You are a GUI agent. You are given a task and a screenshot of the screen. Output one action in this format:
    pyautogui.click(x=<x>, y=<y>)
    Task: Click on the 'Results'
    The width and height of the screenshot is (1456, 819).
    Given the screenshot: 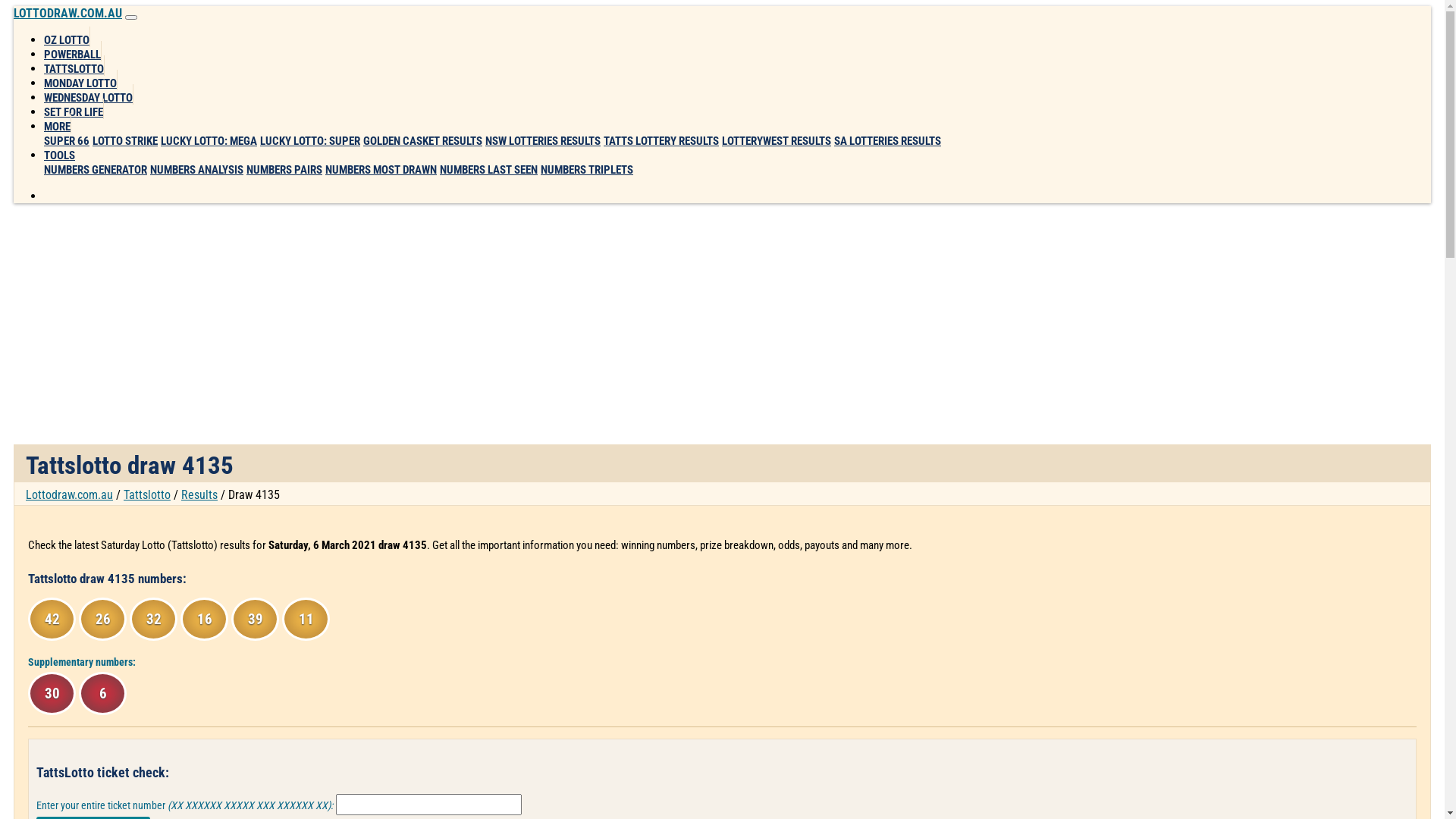 What is the action you would take?
    pyautogui.click(x=199, y=494)
    